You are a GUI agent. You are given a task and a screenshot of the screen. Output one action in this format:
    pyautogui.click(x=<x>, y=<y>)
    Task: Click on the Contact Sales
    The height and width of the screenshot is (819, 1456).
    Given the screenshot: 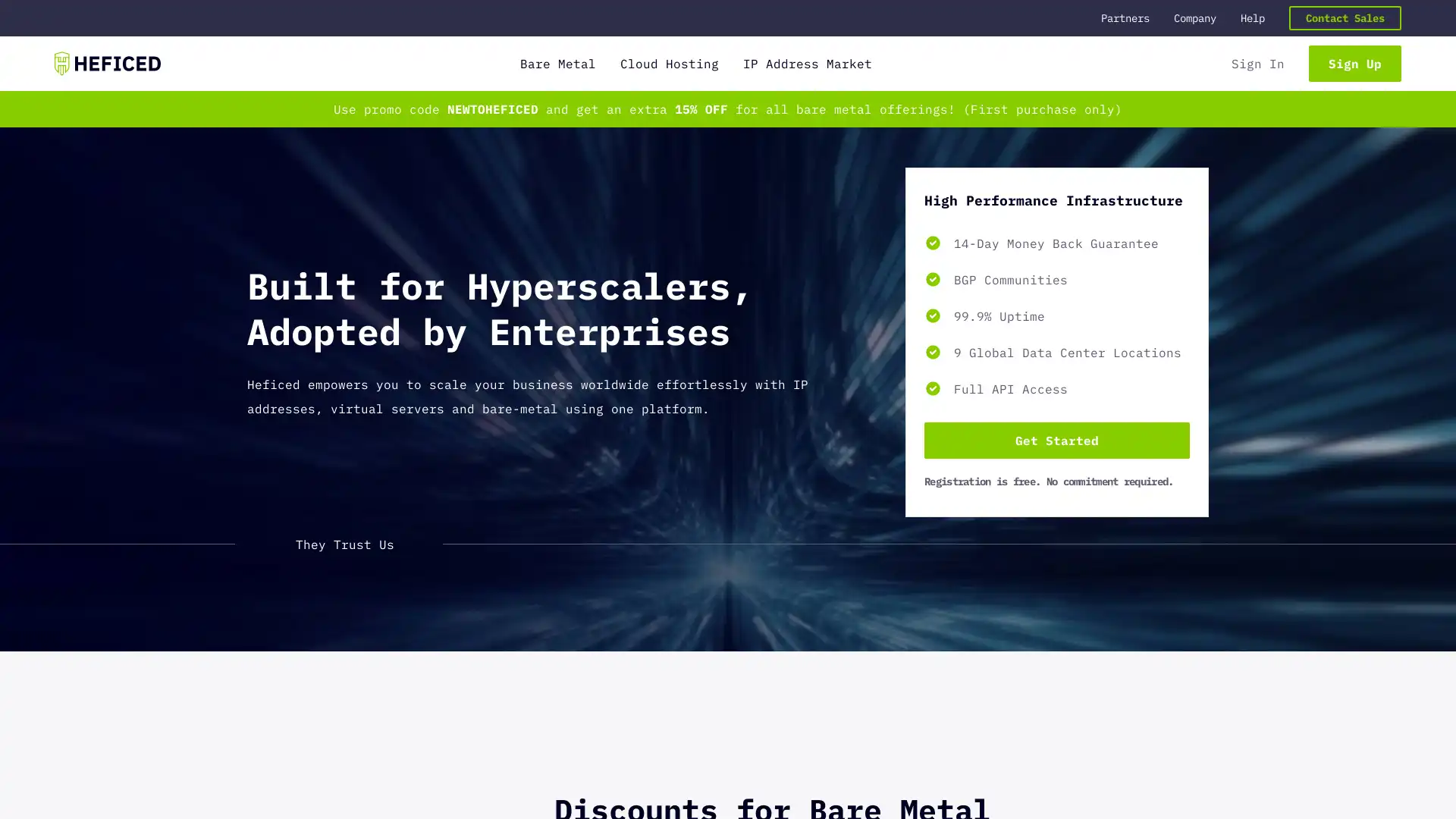 What is the action you would take?
    pyautogui.click(x=1345, y=17)
    